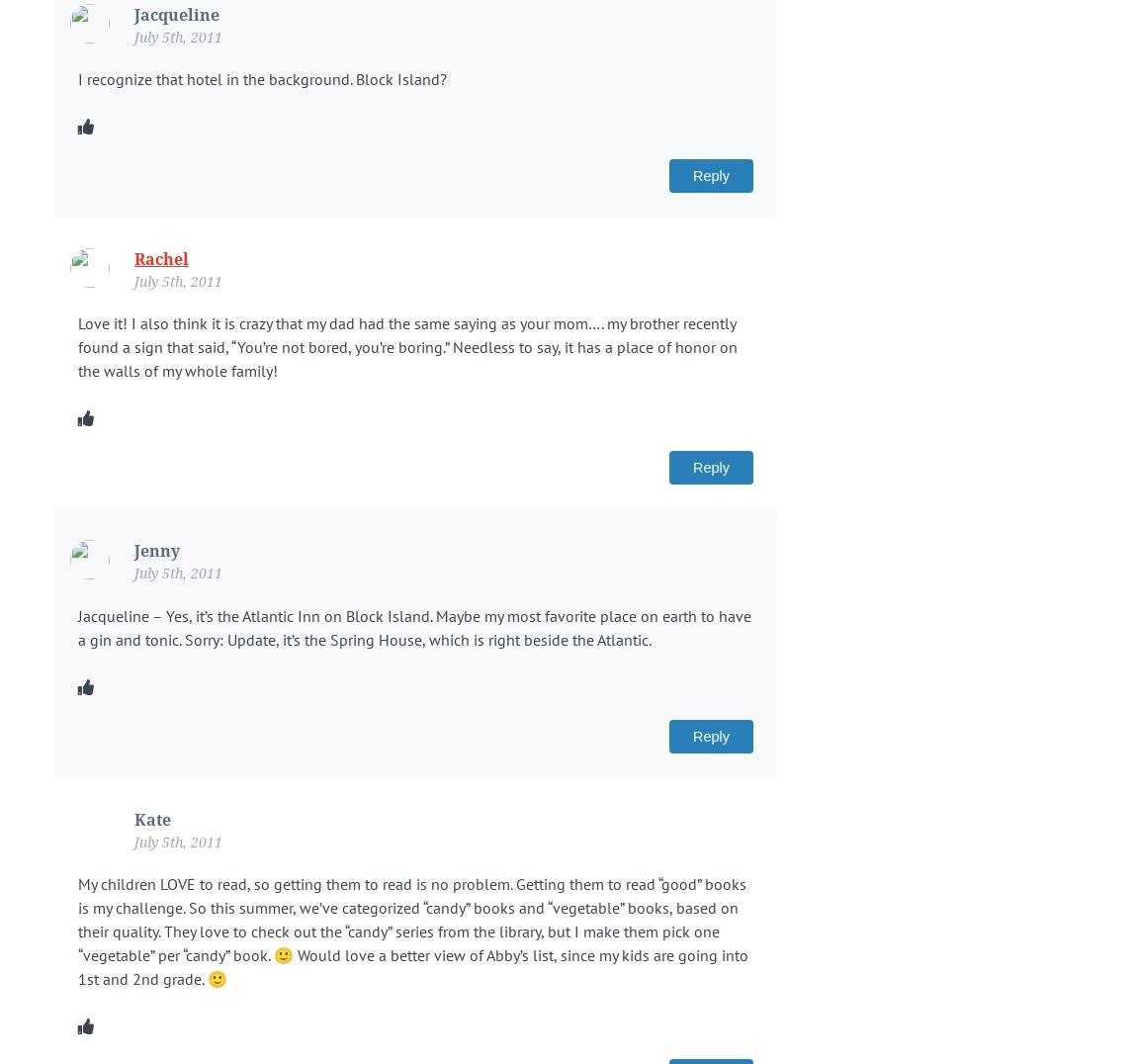  Describe the element at coordinates (151, 818) in the screenshot. I see `'Kate'` at that location.